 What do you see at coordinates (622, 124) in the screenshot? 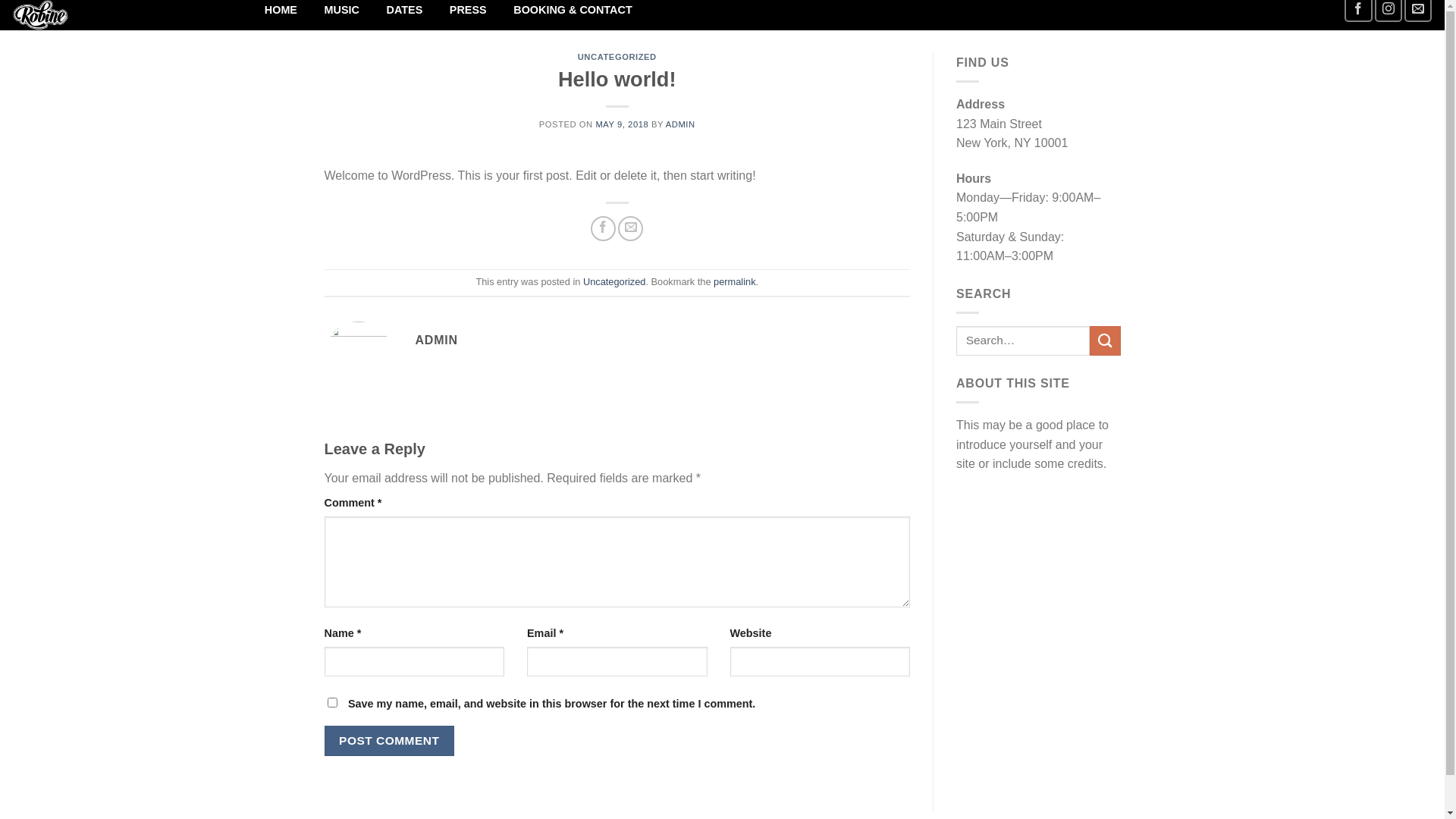
I see `'MAY 9, 2018'` at bounding box center [622, 124].